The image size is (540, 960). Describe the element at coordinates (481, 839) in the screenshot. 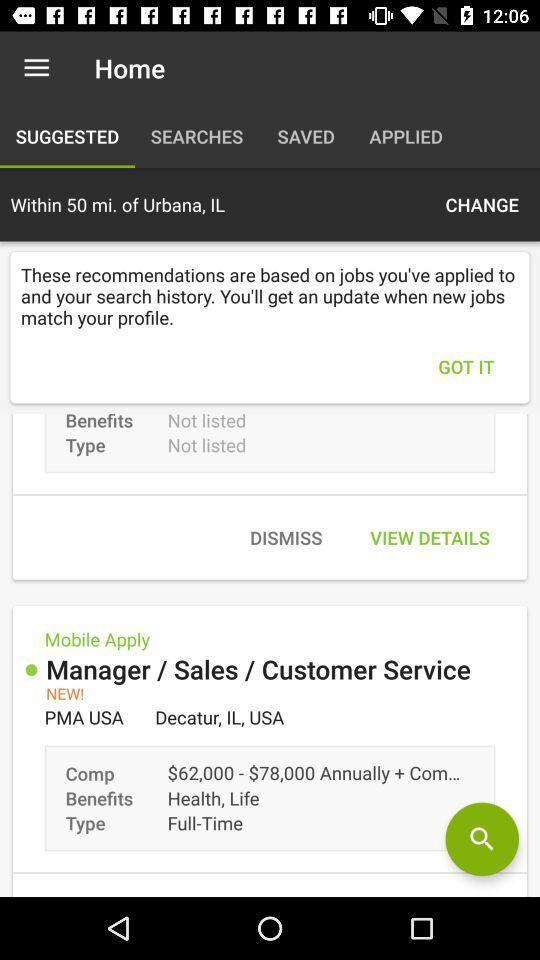

I see `search` at that location.